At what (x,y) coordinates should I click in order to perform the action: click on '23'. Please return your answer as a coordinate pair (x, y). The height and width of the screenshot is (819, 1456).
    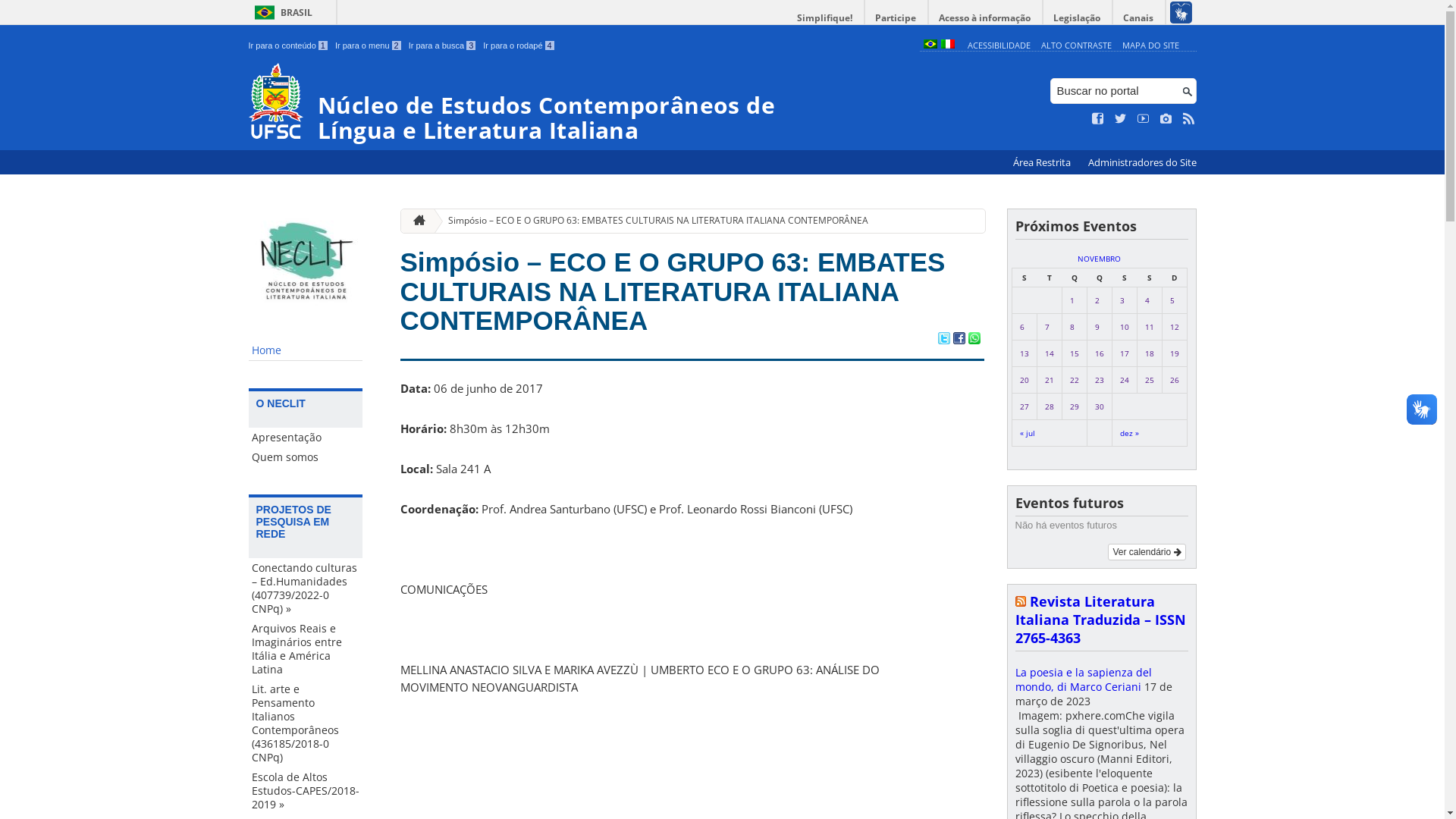
    Looking at the image, I should click on (1099, 379).